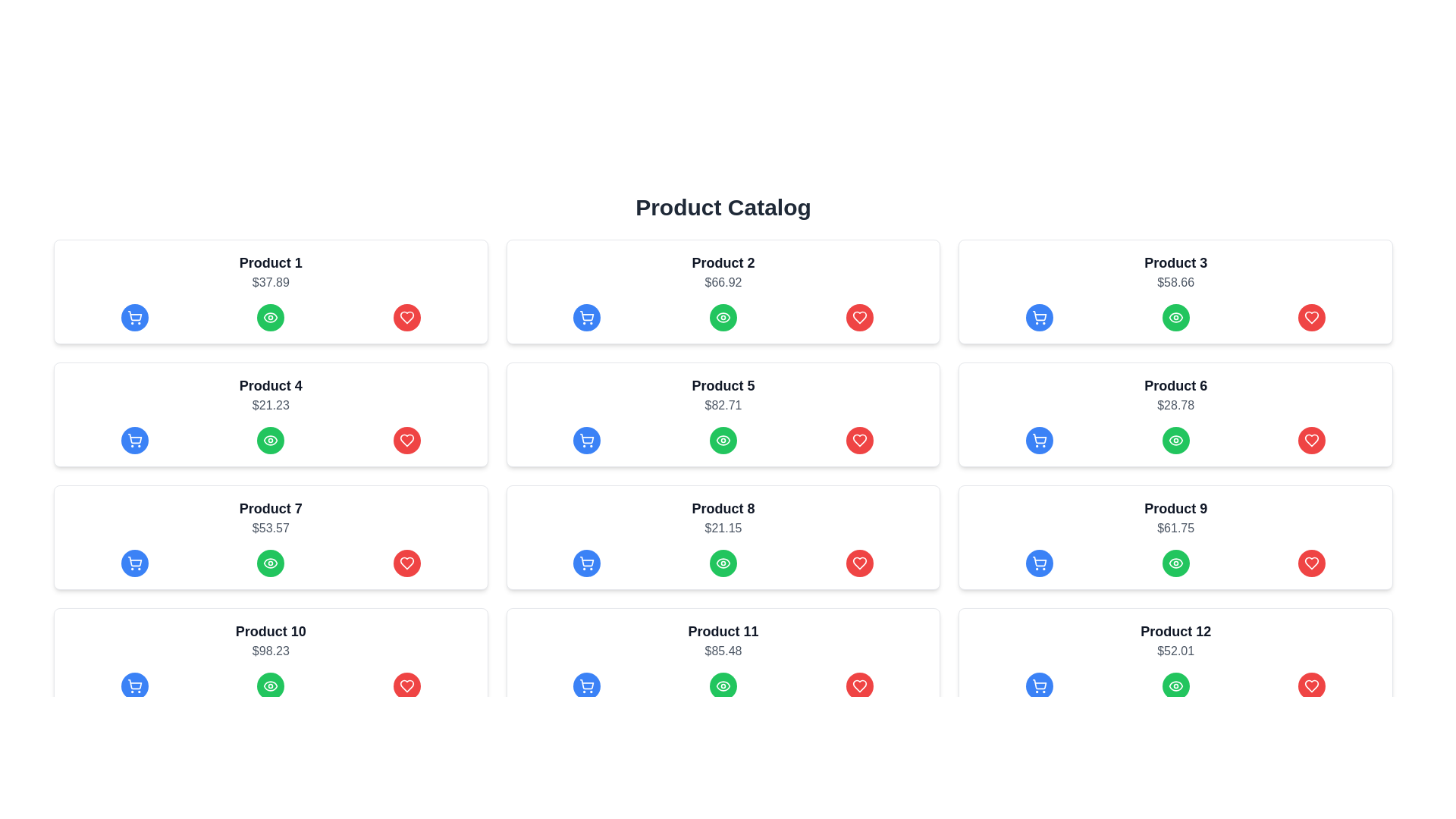 The image size is (1456, 819). I want to click on the text label that displays the product name for 'Product 7', located at the center of the card in the third row, first column of the product catalog grid, so click(271, 509).